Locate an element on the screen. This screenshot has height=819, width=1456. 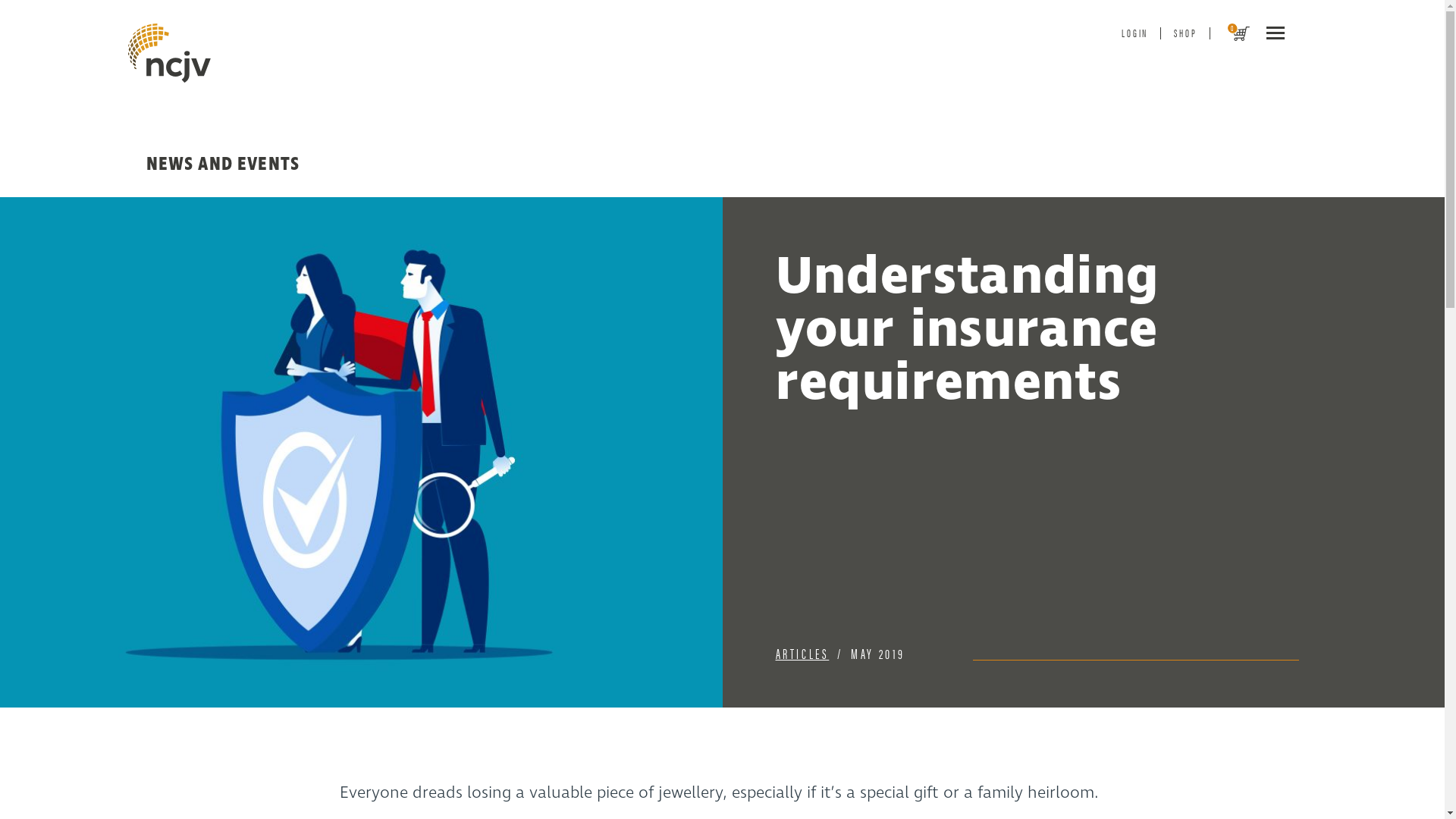
'ARTICLES' is located at coordinates (775, 651).